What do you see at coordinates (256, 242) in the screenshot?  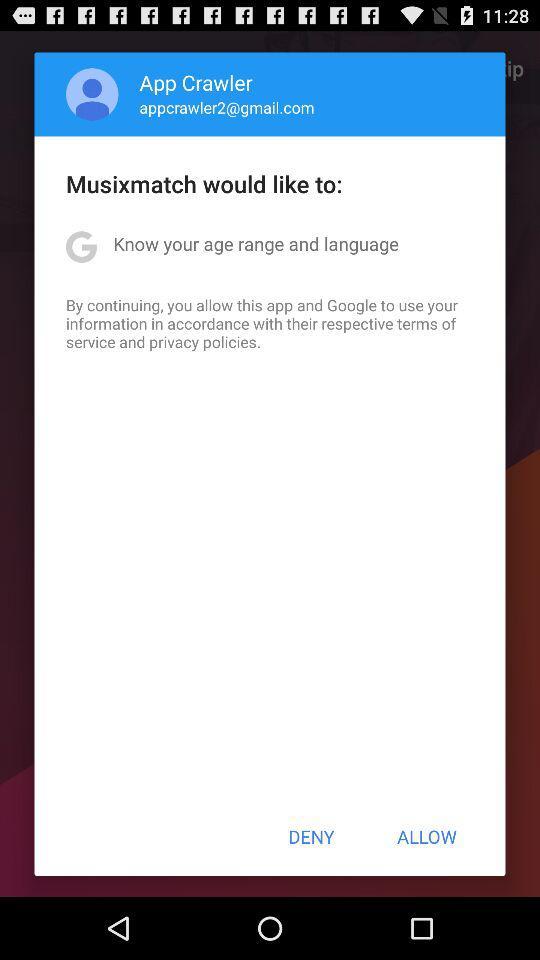 I see `the item above by continuing you item` at bounding box center [256, 242].